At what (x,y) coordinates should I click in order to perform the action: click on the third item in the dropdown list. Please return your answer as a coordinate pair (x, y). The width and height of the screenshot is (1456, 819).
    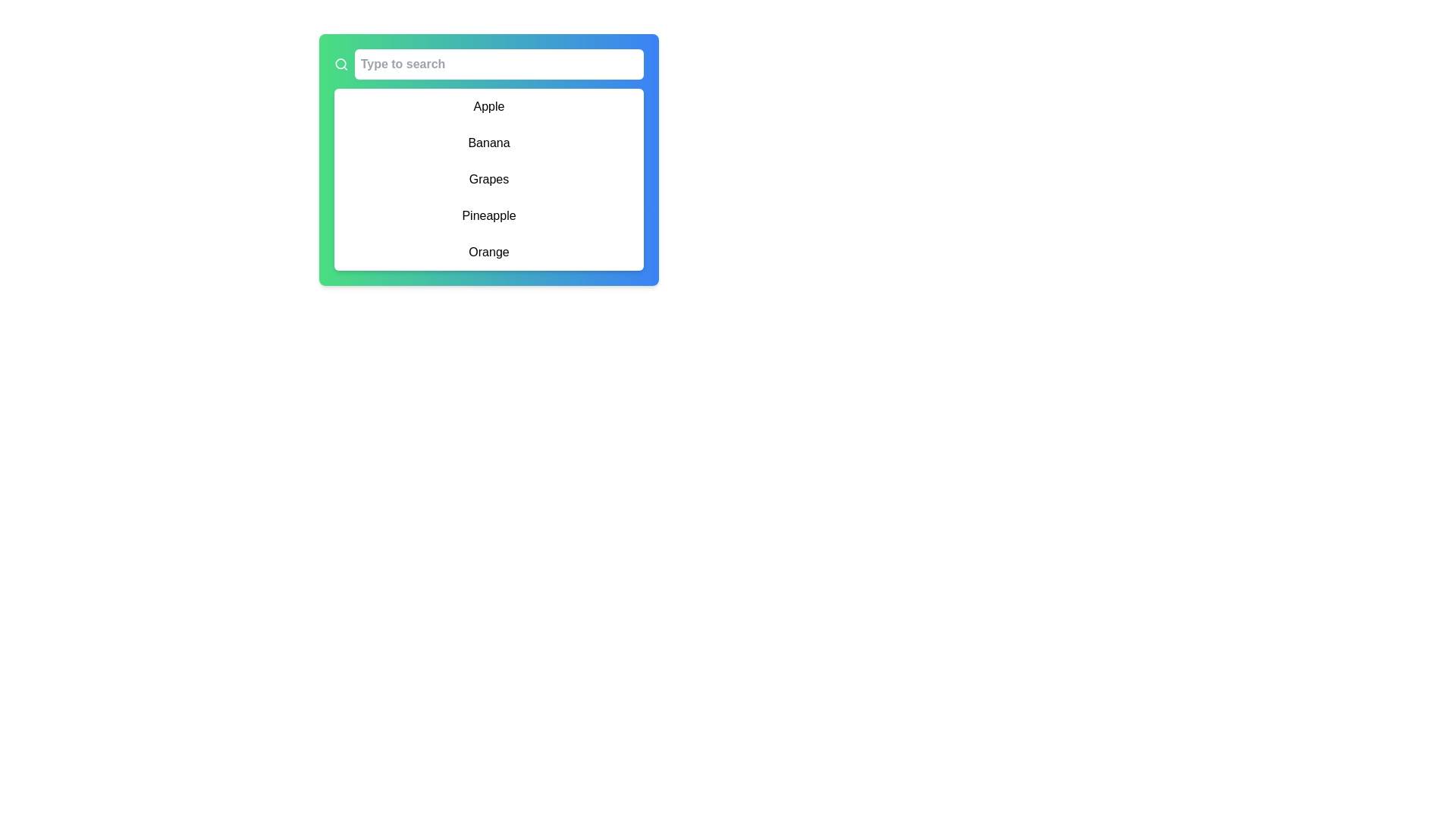
    Looking at the image, I should click on (488, 178).